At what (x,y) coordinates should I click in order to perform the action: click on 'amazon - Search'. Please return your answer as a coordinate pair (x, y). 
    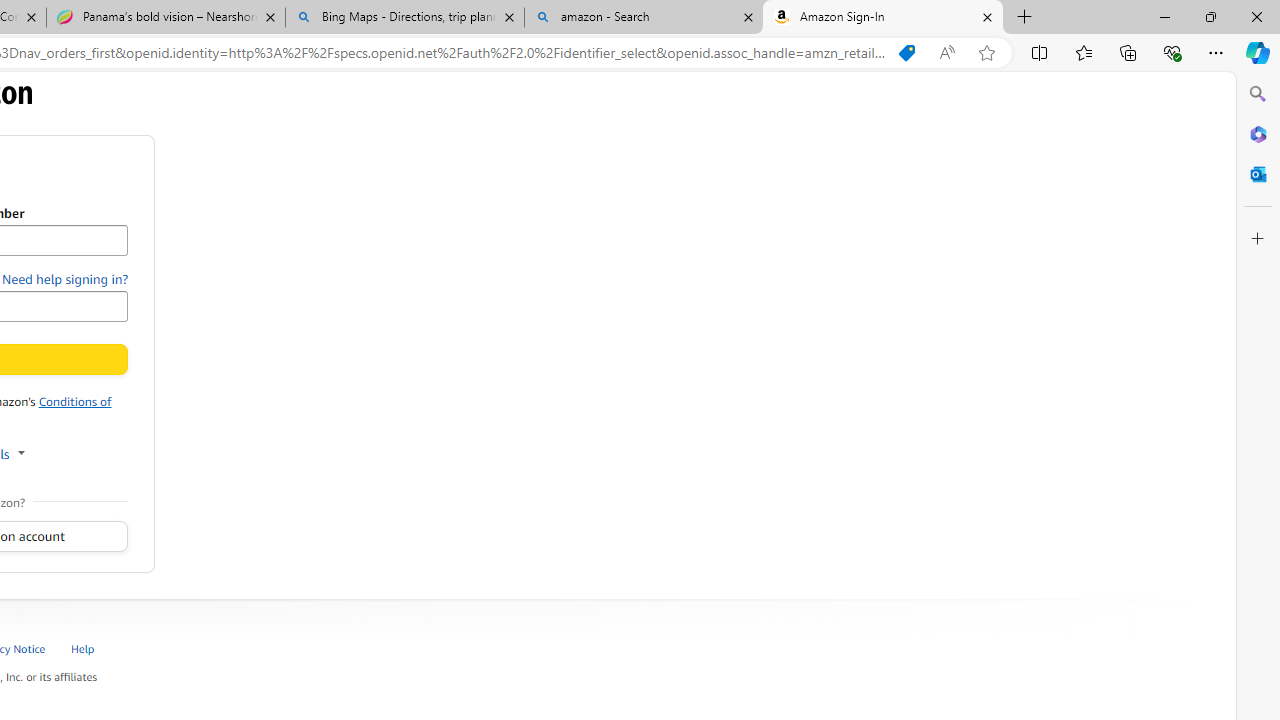
    Looking at the image, I should click on (643, 17).